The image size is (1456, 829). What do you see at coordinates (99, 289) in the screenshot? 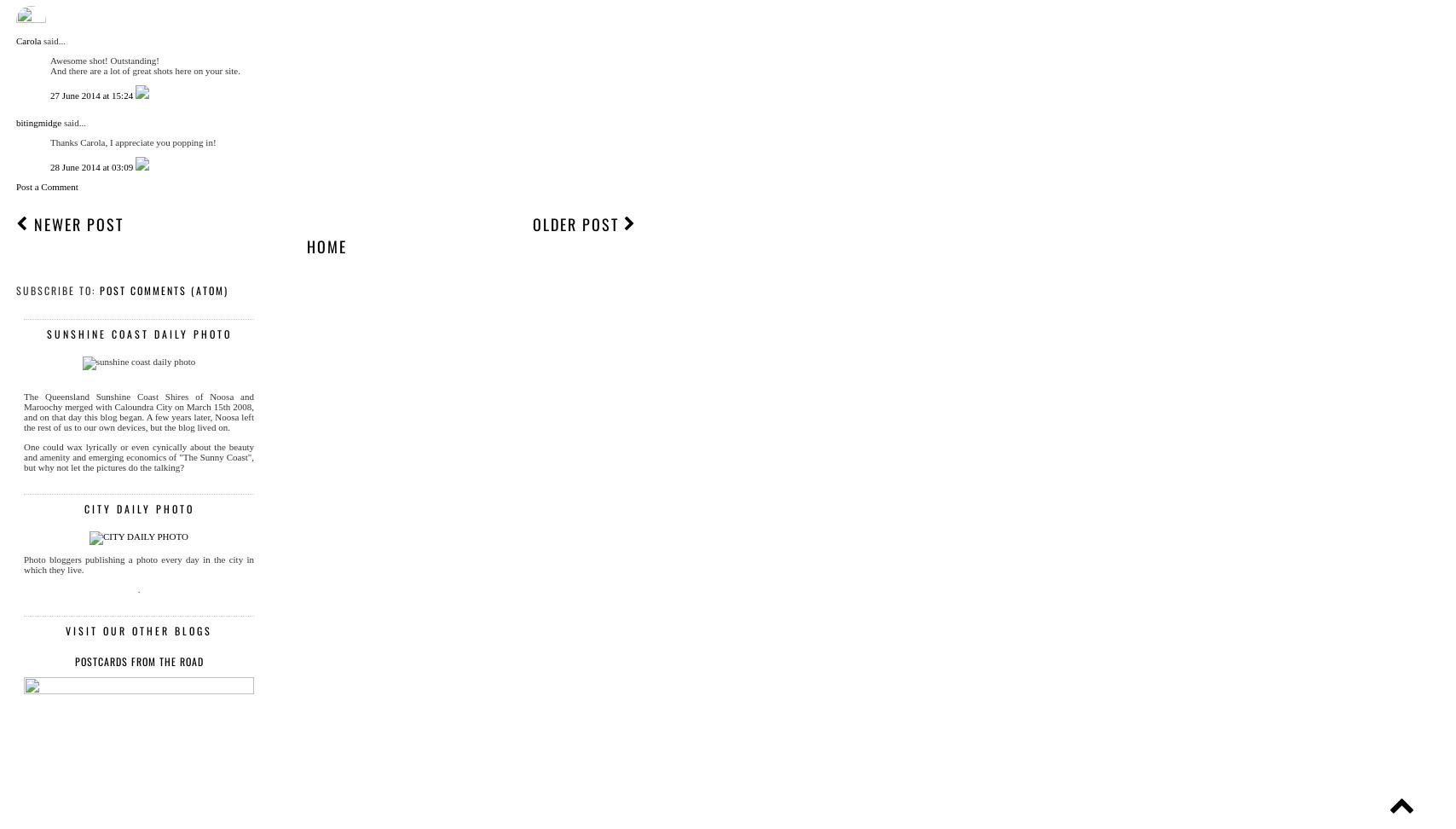
I see `'Post Comments (Atom)'` at bounding box center [99, 289].